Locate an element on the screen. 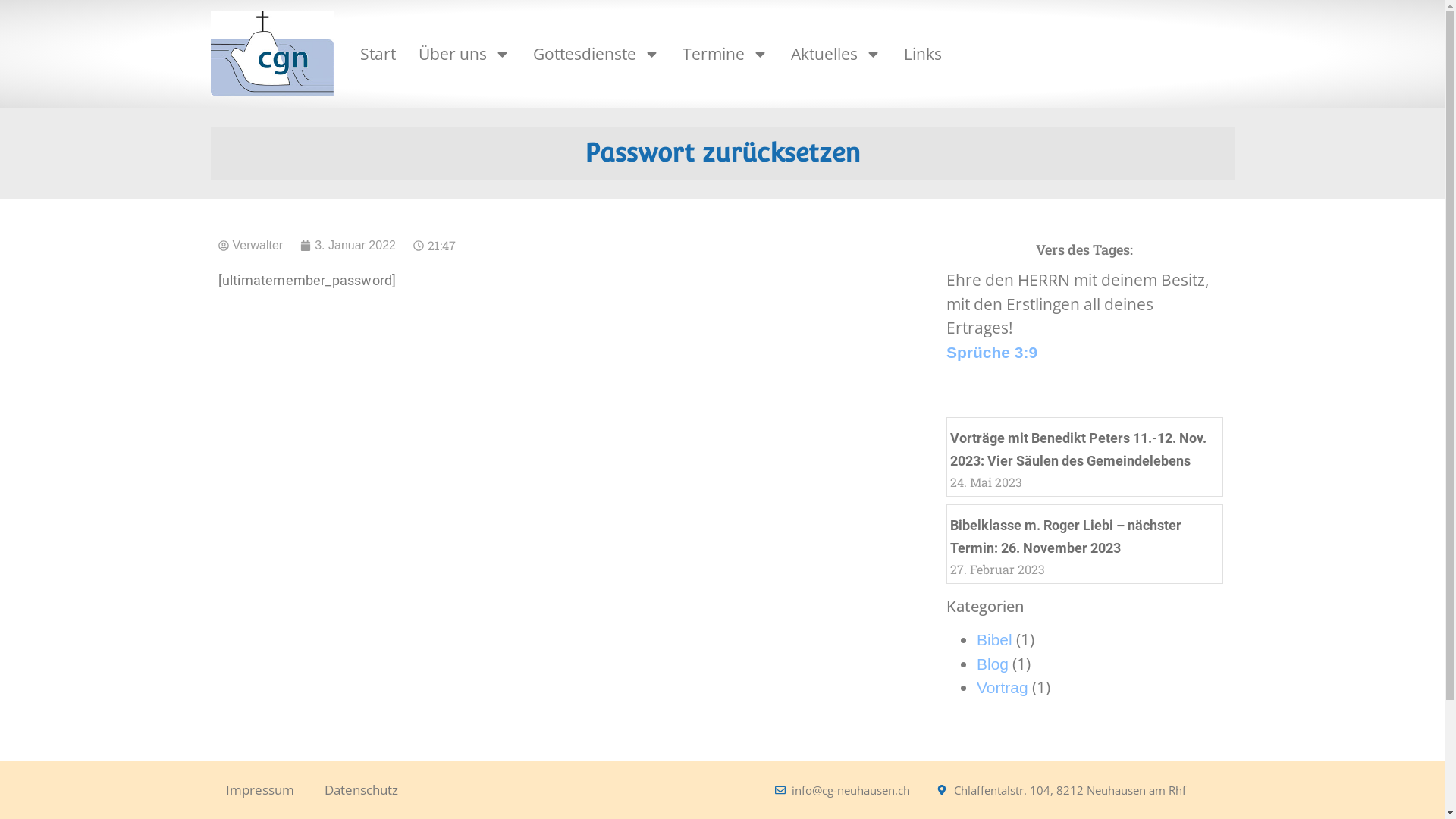 The image size is (1456, 819). 'info@cg-neuhausen.ch' is located at coordinates (842, 789).